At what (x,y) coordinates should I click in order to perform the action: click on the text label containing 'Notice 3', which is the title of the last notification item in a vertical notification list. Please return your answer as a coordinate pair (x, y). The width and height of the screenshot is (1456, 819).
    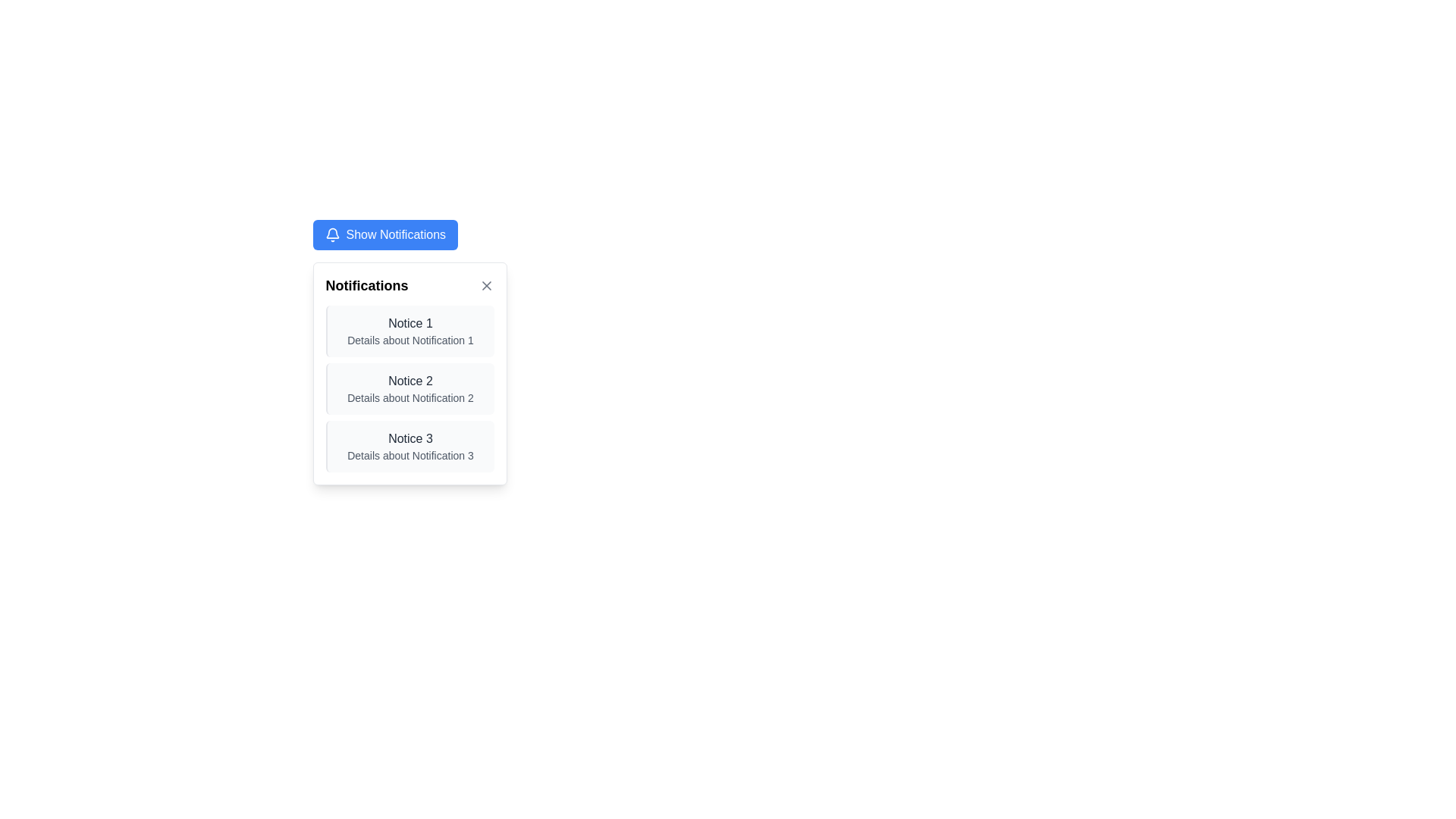
    Looking at the image, I should click on (410, 438).